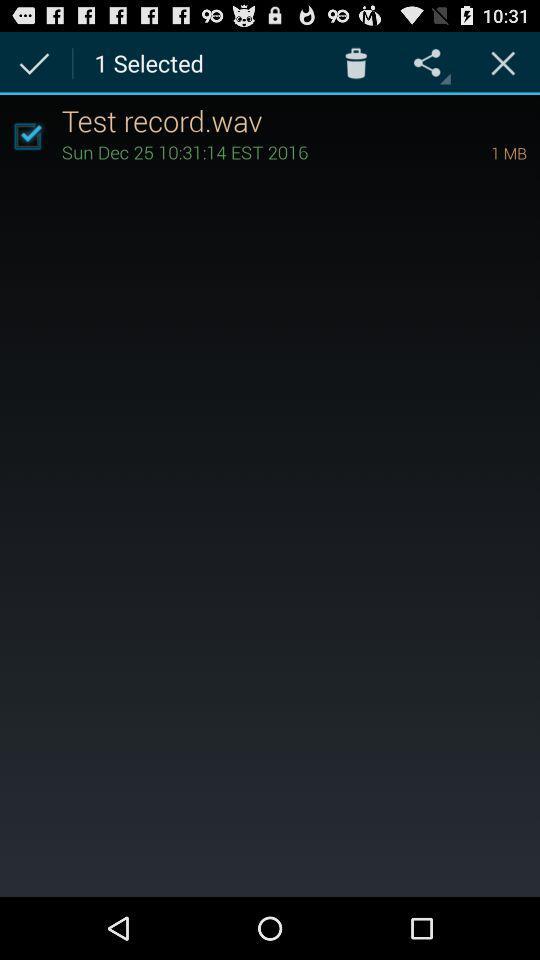 Image resolution: width=540 pixels, height=960 pixels. I want to click on 1 mb icon, so click(480, 151).